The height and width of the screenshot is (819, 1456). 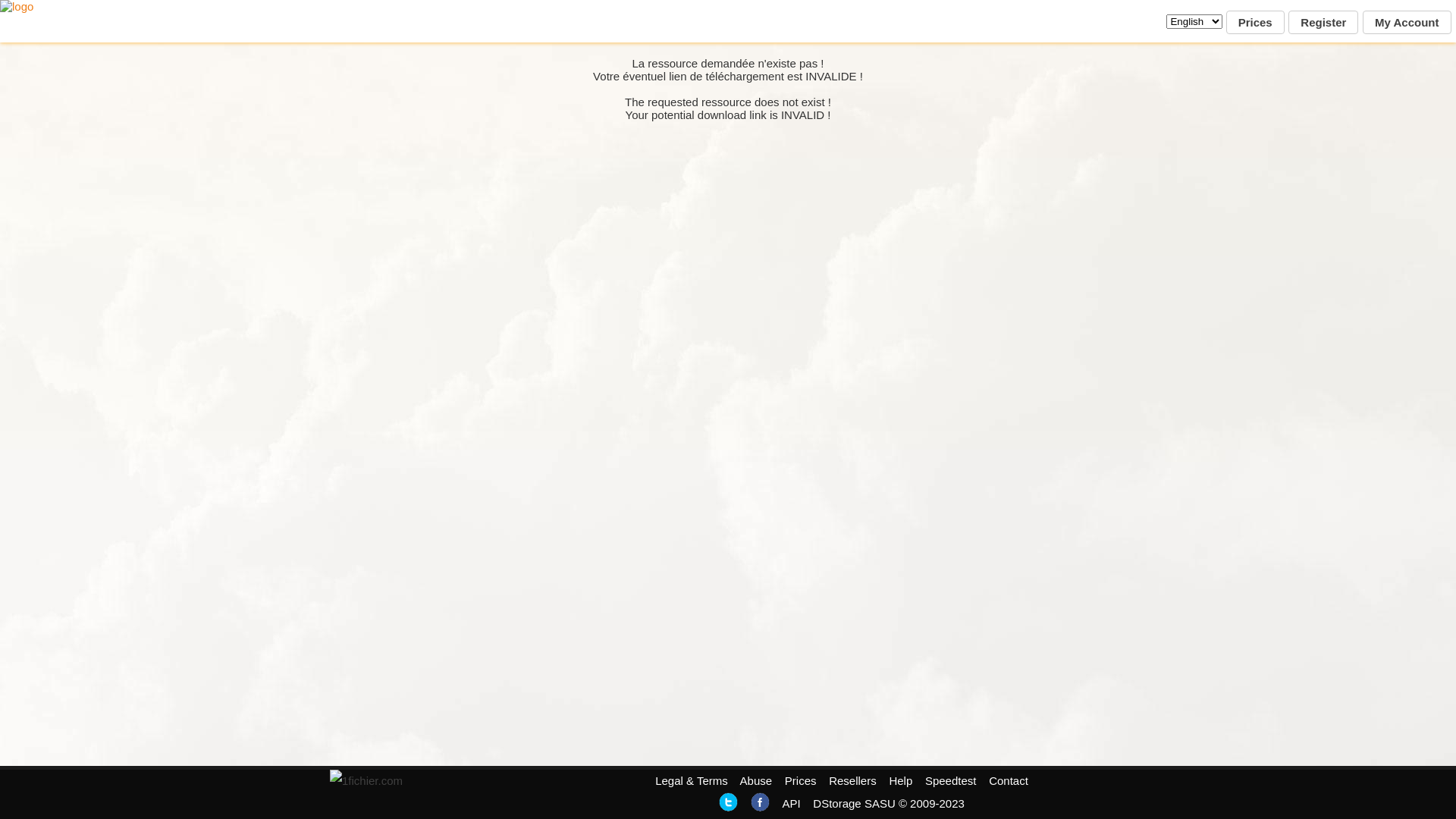 What do you see at coordinates (800, 780) in the screenshot?
I see `'Prices'` at bounding box center [800, 780].